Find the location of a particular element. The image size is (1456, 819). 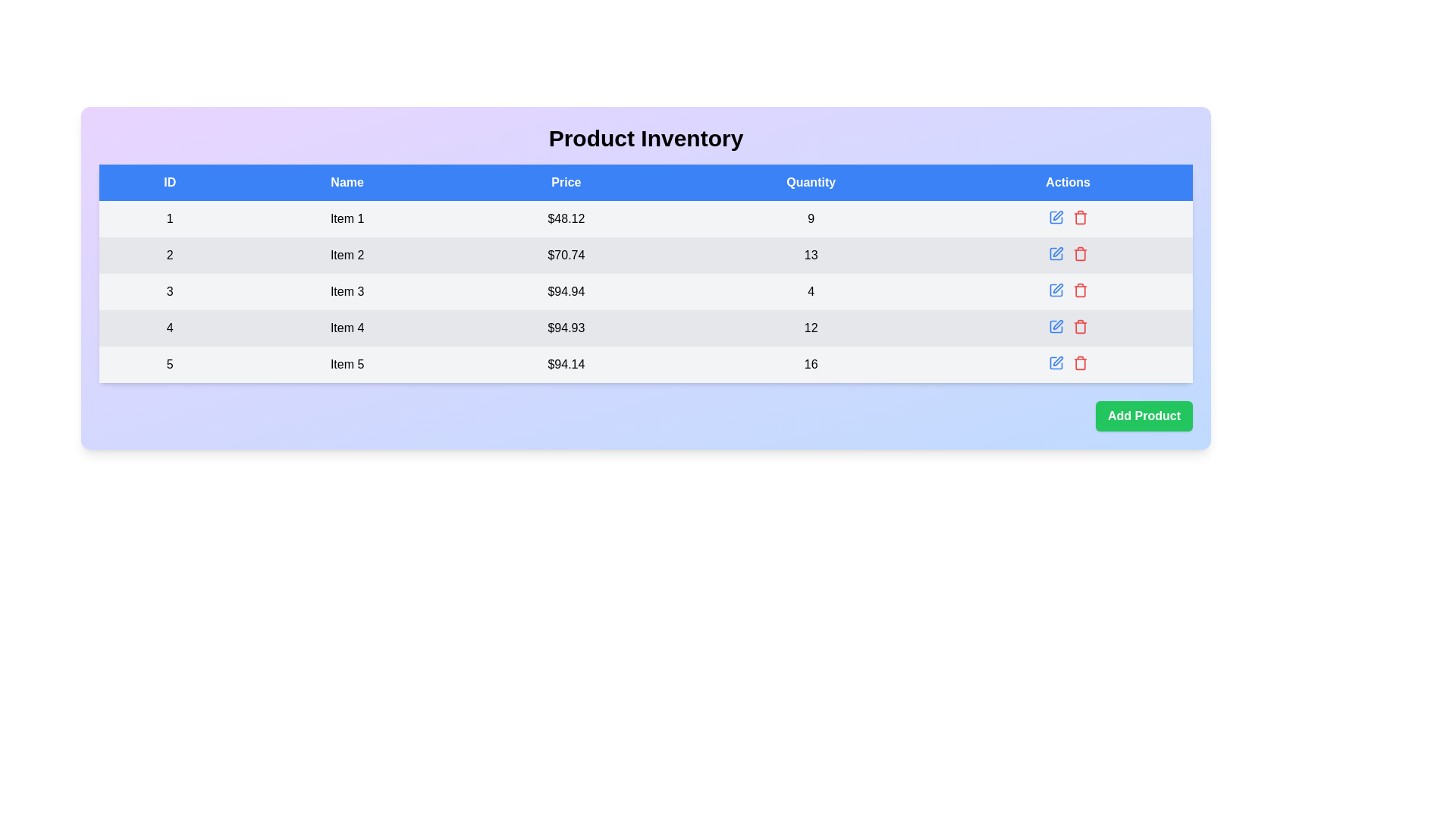

the label displaying 'Item 3', which is located in the second column of the third row of the table layout is located at coordinates (347, 292).